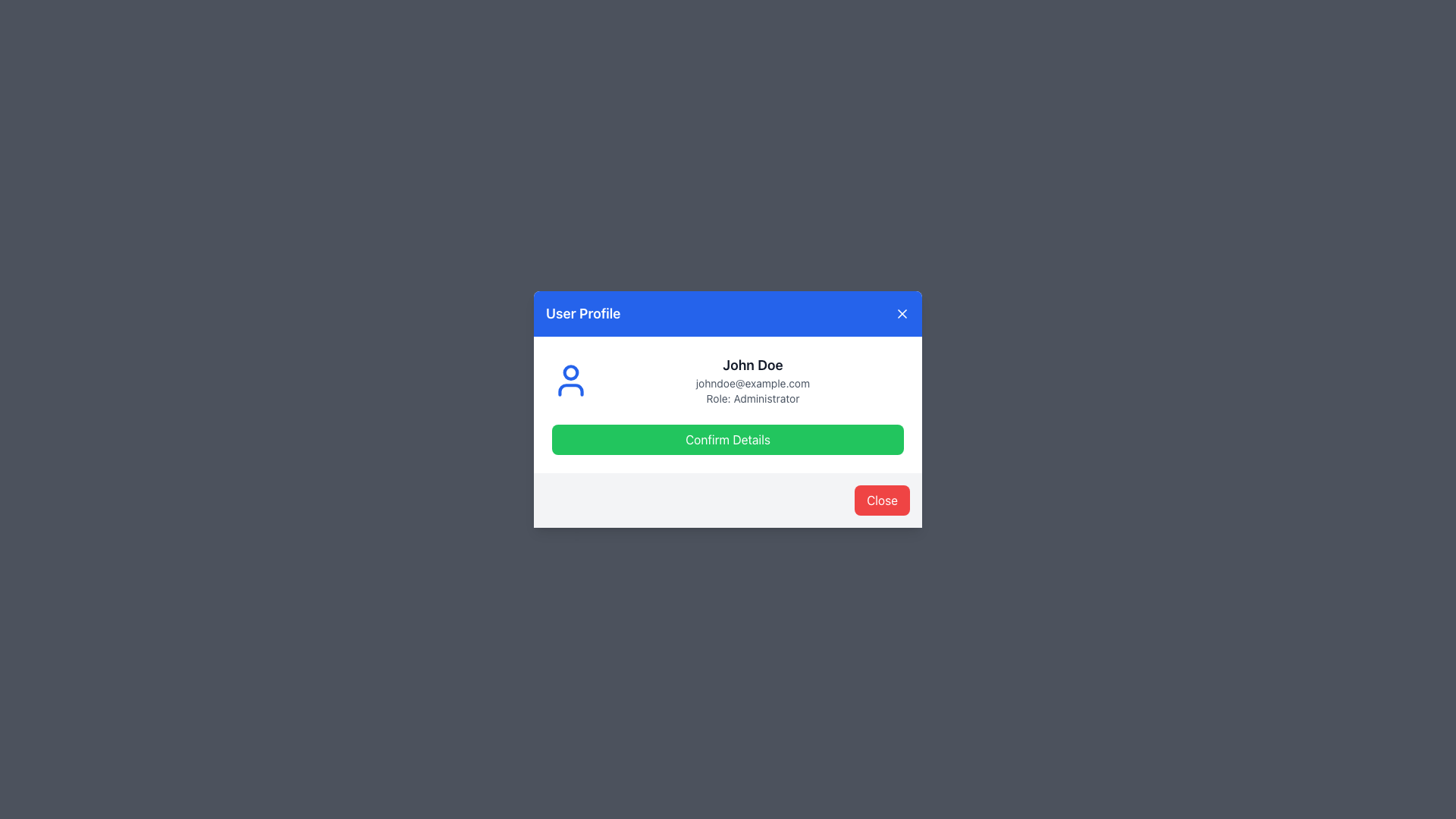 This screenshot has width=1456, height=819. Describe the element at coordinates (728, 379) in the screenshot. I see `information displayed in the user profile block located in the middle of the dialog box, above the green 'Confirm Details' button` at that location.